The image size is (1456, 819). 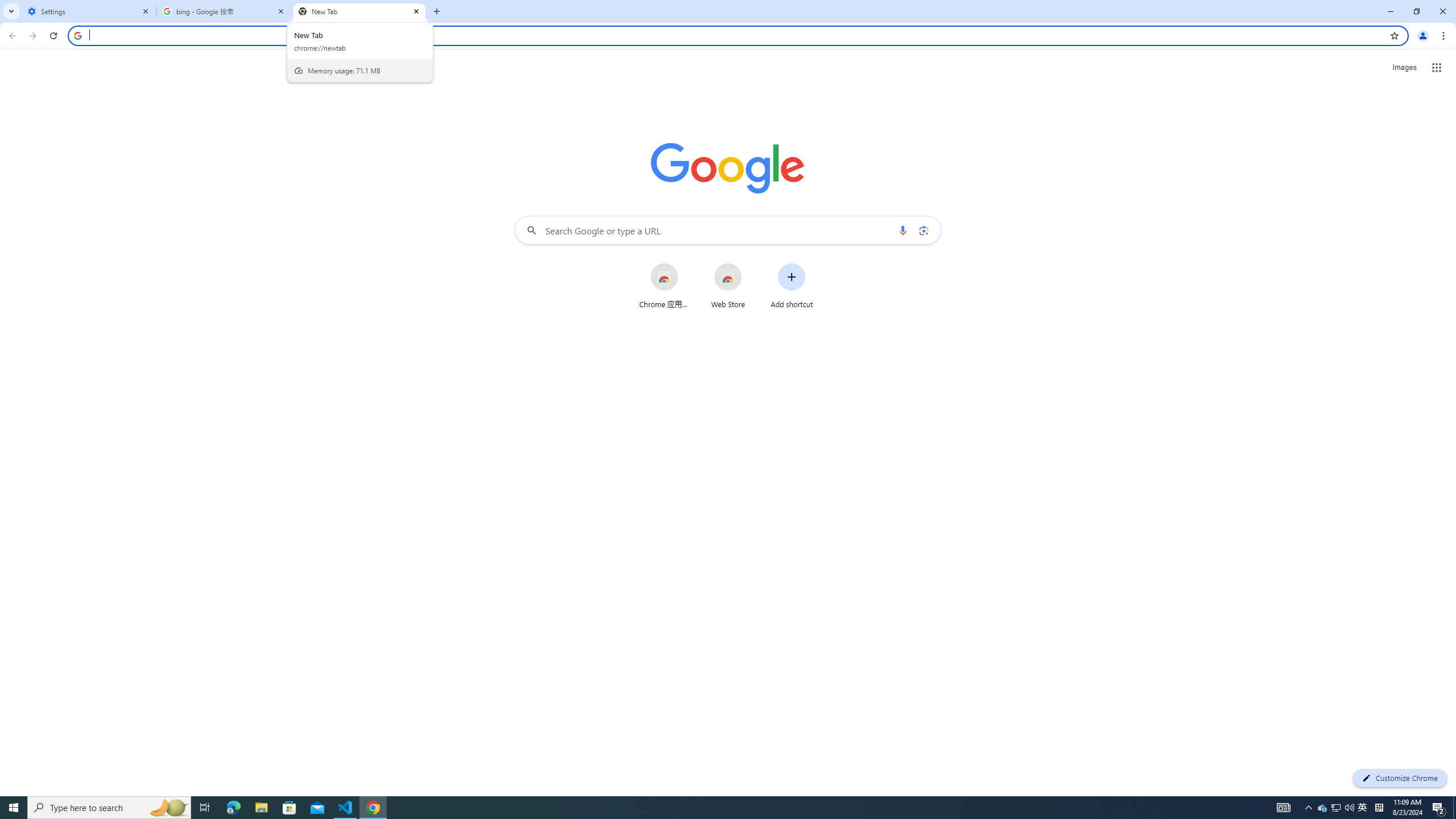 What do you see at coordinates (728, 285) in the screenshot?
I see `'Web Store'` at bounding box center [728, 285].